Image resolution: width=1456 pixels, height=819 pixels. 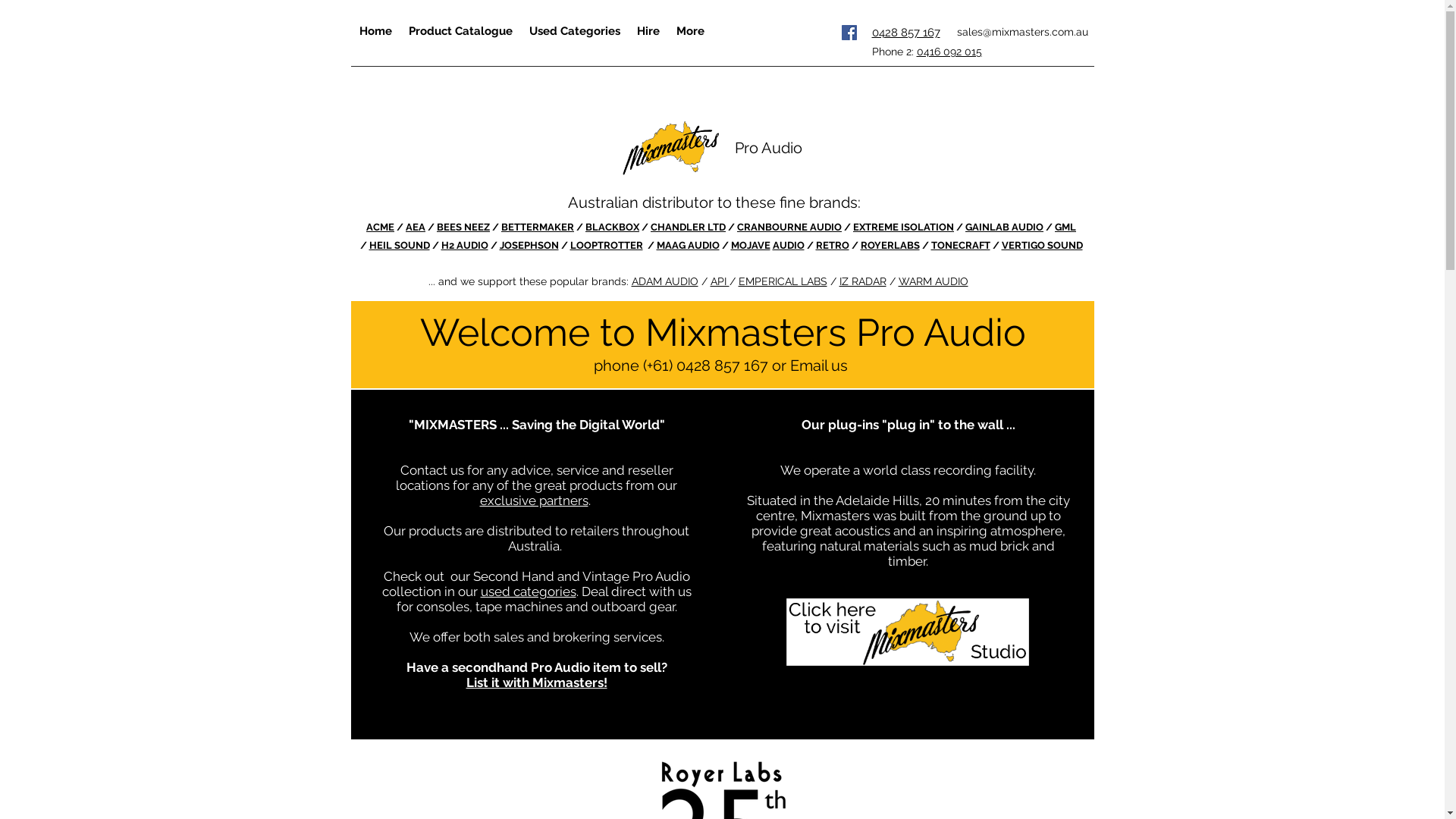 What do you see at coordinates (404, 244) in the screenshot?
I see `'HEIL SOUND / '` at bounding box center [404, 244].